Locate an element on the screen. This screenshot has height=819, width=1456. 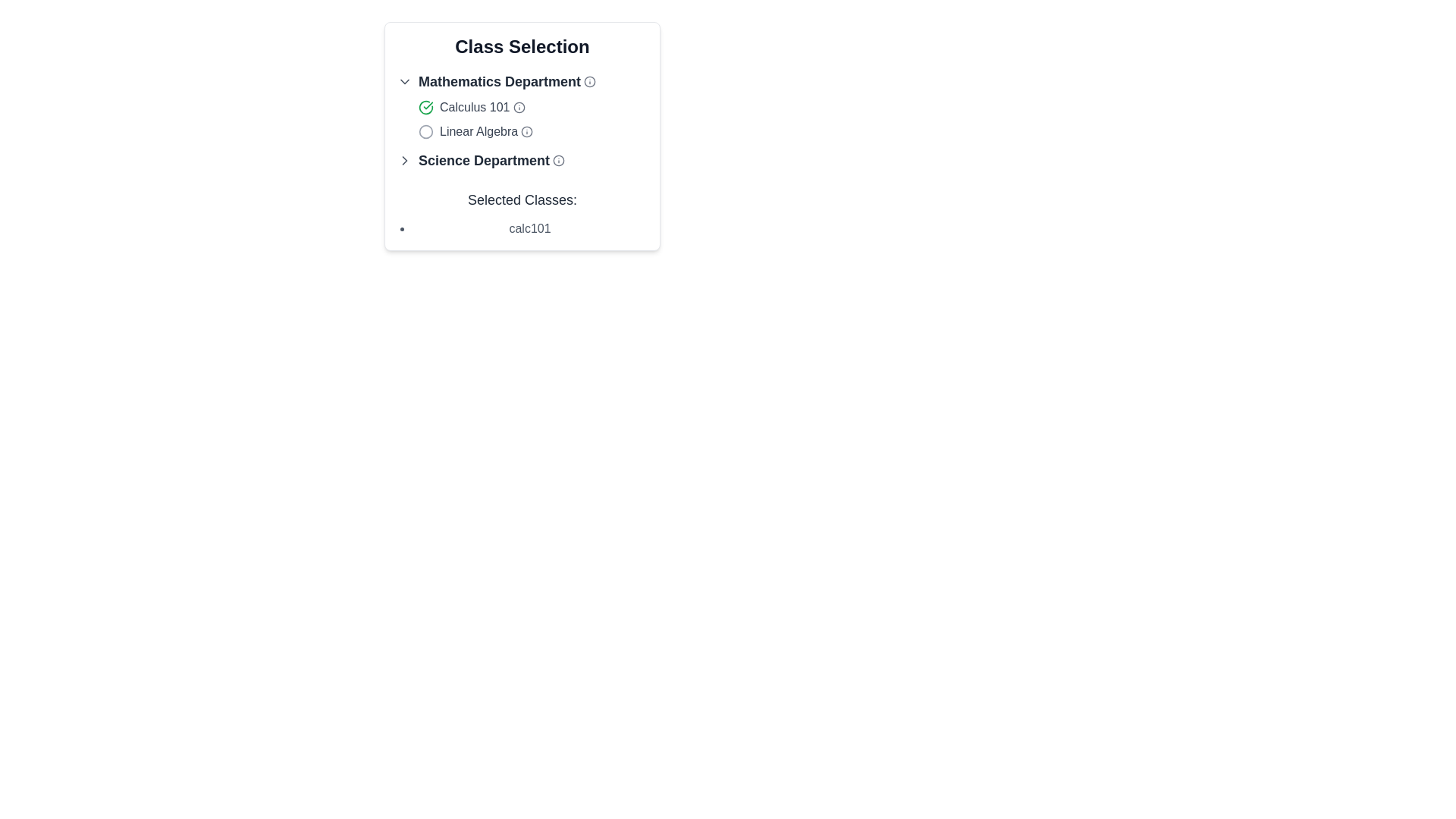
the text item displaying 'calc101' in the 'Selected Classes' subsection, which is the only list item under the 'Selected Classes' header is located at coordinates (530, 228).